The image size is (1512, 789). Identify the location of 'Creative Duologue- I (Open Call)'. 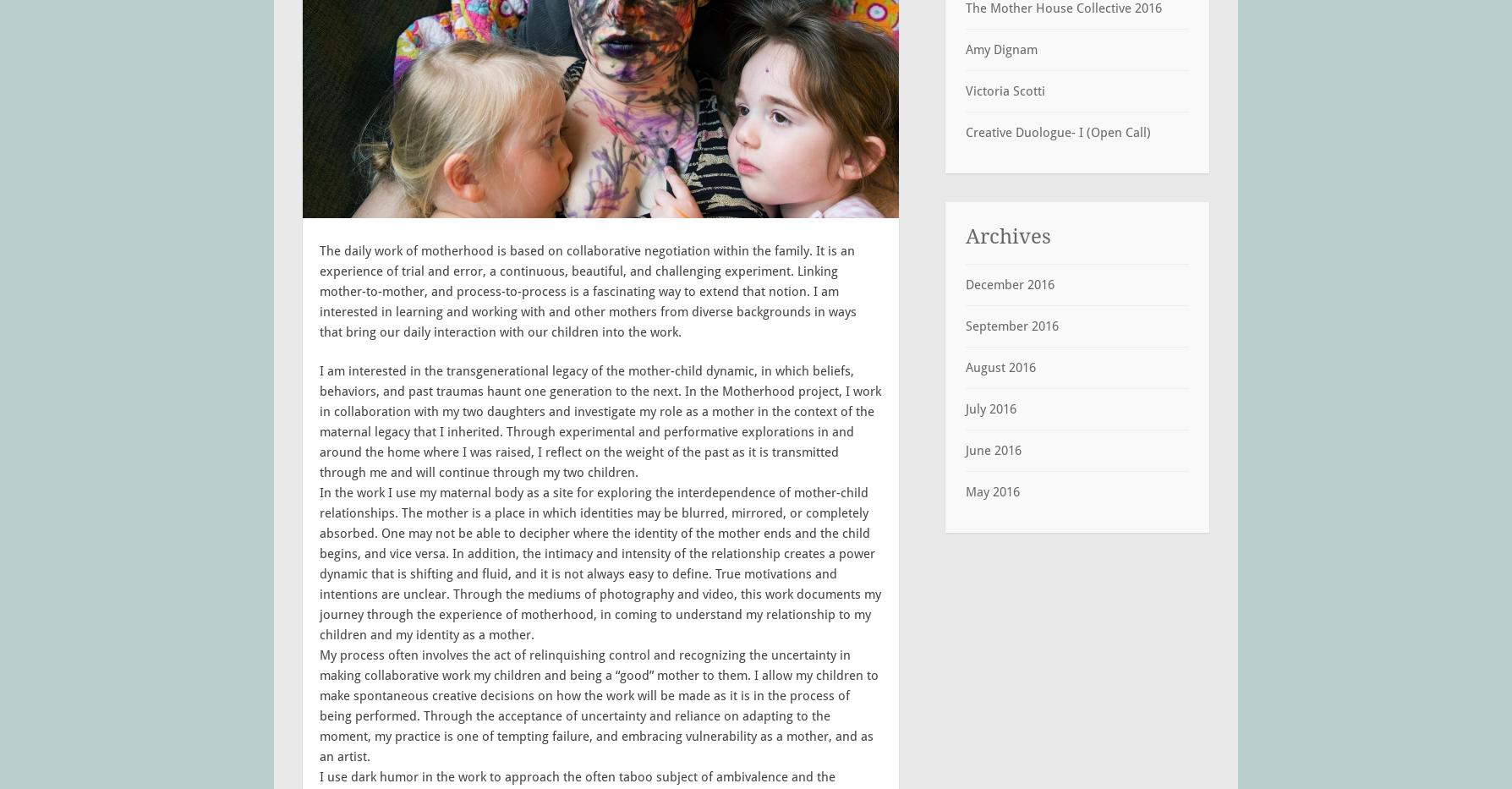
(1057, 130).